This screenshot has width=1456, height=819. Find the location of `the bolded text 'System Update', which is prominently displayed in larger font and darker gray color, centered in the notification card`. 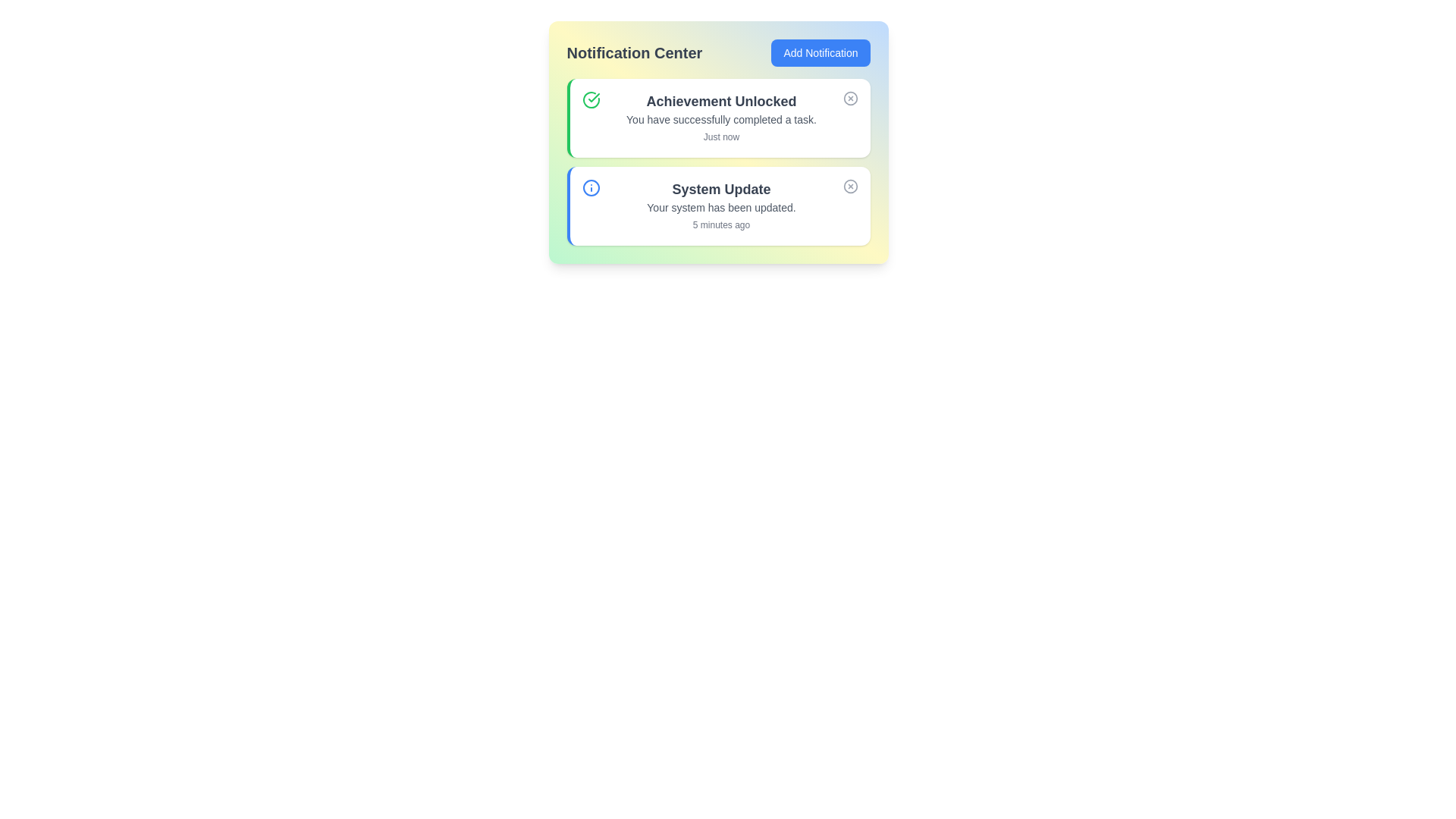

the bolded text 'System Update', which is prominently displayed in larger font and darker gray color, centered in the notification card is located at coordinates (720, 189).